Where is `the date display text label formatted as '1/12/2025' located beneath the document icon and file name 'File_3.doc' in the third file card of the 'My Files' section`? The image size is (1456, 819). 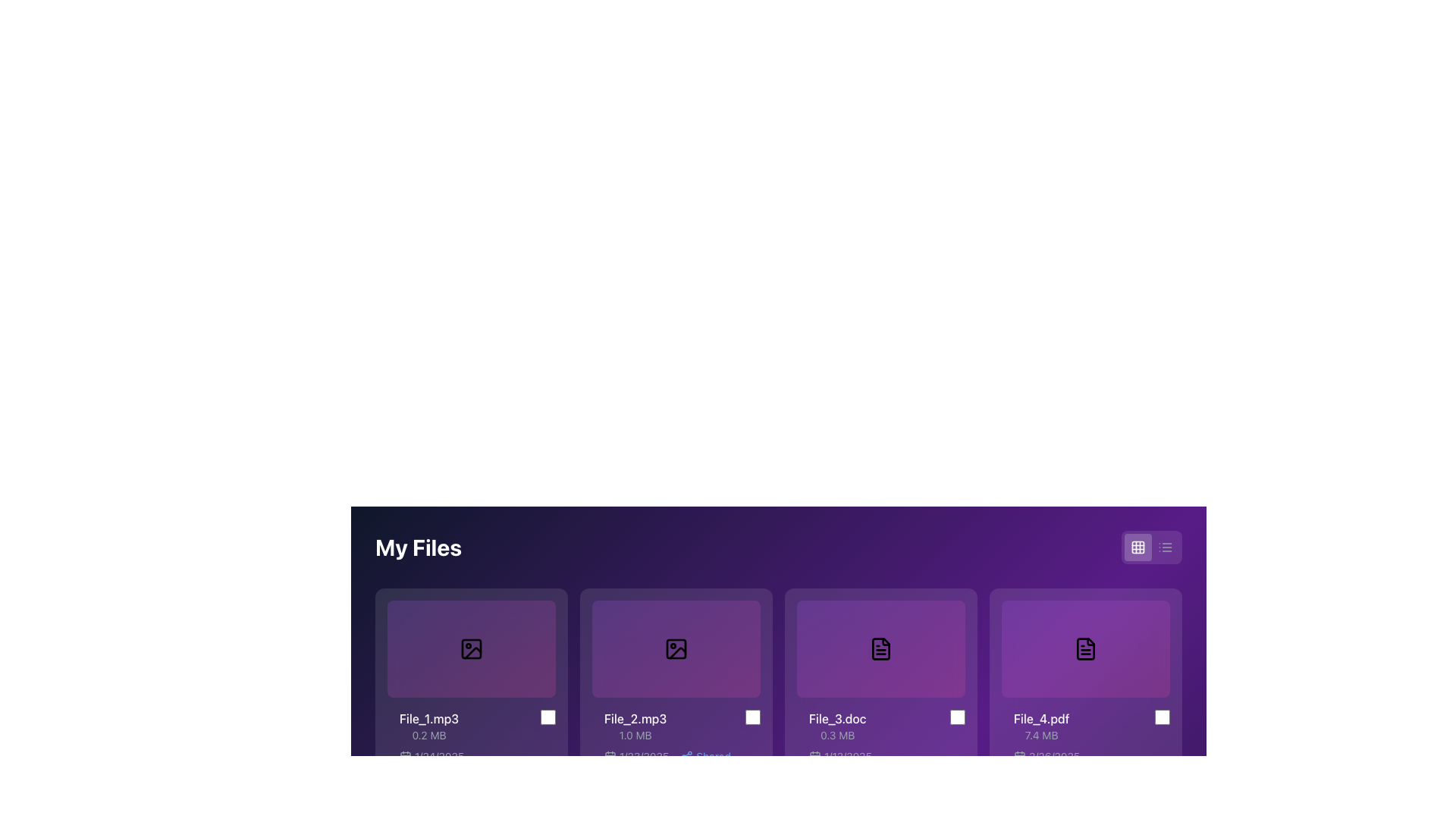
the date display text label formatted as '1/12/2025' located beneath the document icon and file name 'File_3.doc' in the third file card of the 'My Files' section is located at coordinates (839, 757).